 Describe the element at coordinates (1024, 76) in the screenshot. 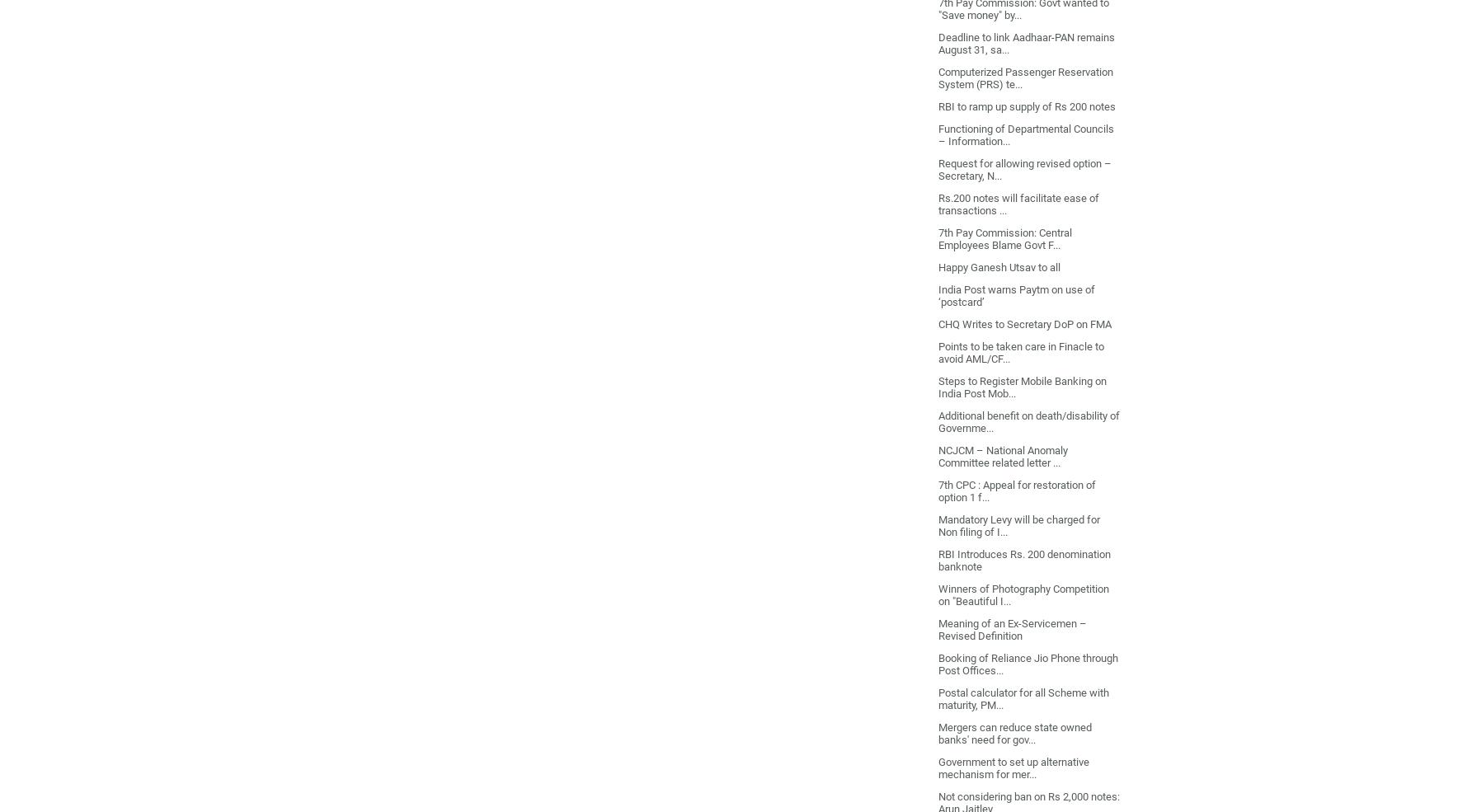

I see `'Computerized Passenger Reservation System (PRS) te...'` at that location.